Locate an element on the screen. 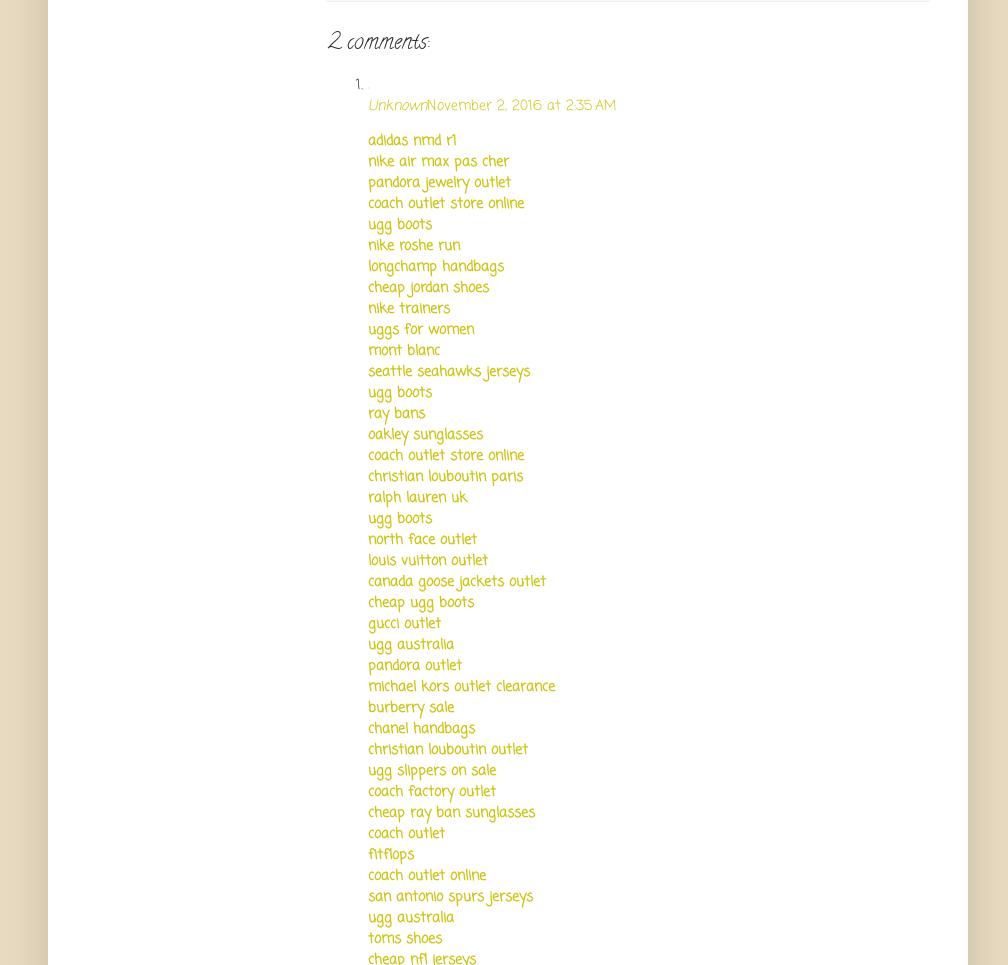  'fitflops' is located at coordinates (391, 853).